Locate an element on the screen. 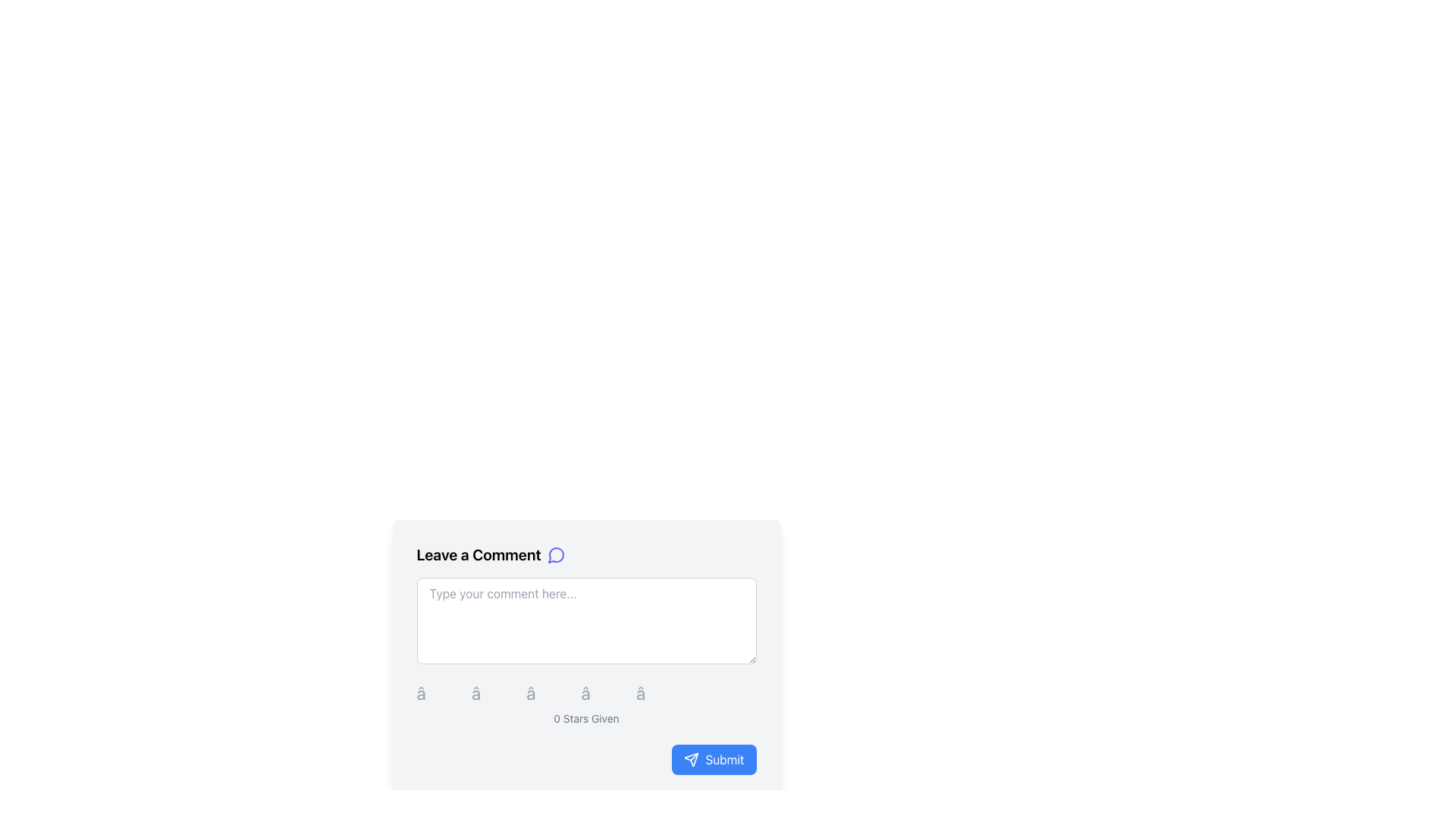 This screenshot has height=819, width=1456. the blue rectangular 'Submit' button with rounded corners located at the bottom right corner of the comment box section is located at coordinates (585, 760).